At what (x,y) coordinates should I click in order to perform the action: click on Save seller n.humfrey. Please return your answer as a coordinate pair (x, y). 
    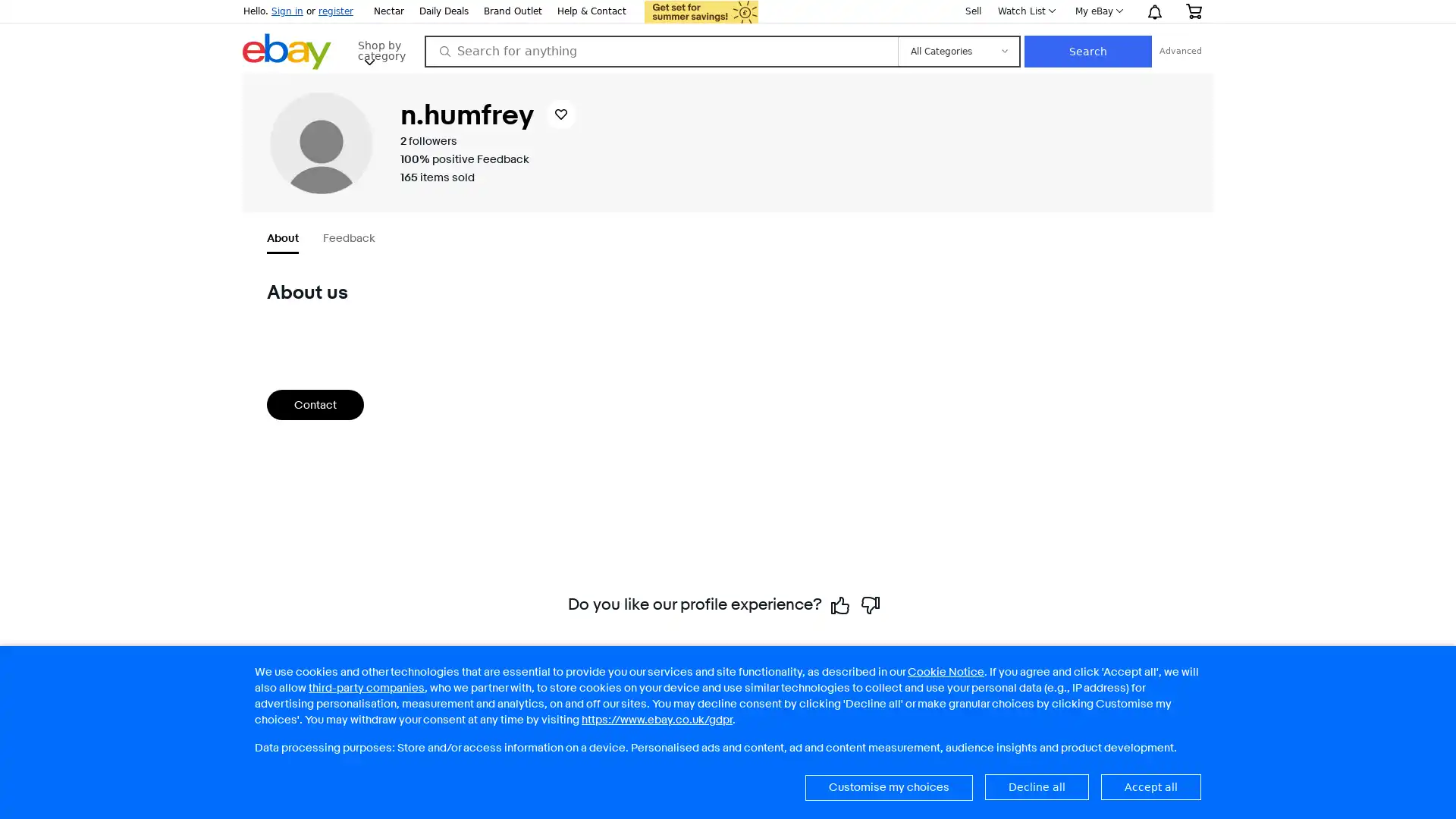
    Looking at the image, I should click on (586, 113).